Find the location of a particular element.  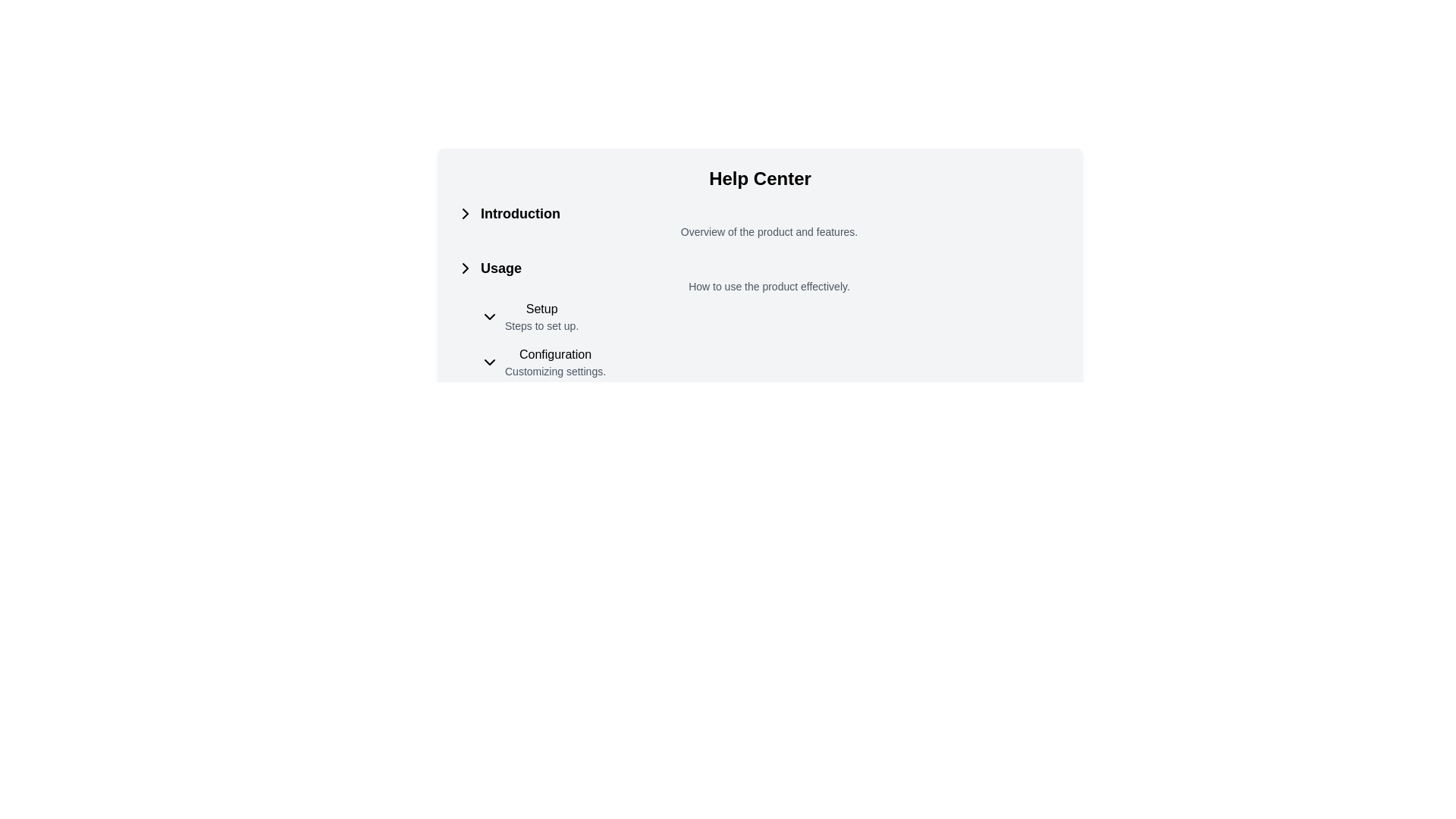

the 'Usage' Text Label, which is the second entry is located at coordinates (501, 268).